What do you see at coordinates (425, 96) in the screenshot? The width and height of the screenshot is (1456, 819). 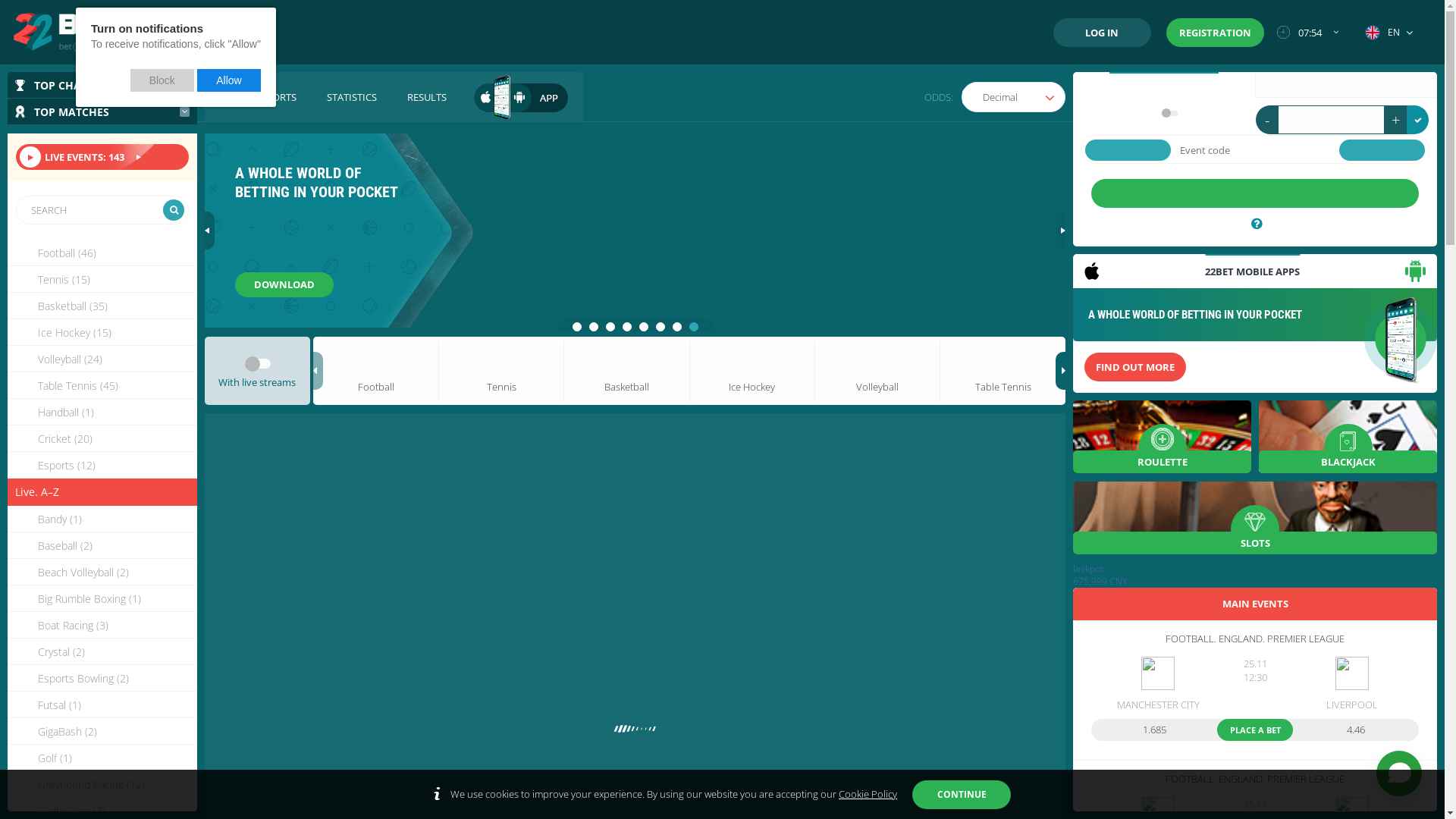 I see `'RESULTS'` at bounding box center [425, 96].